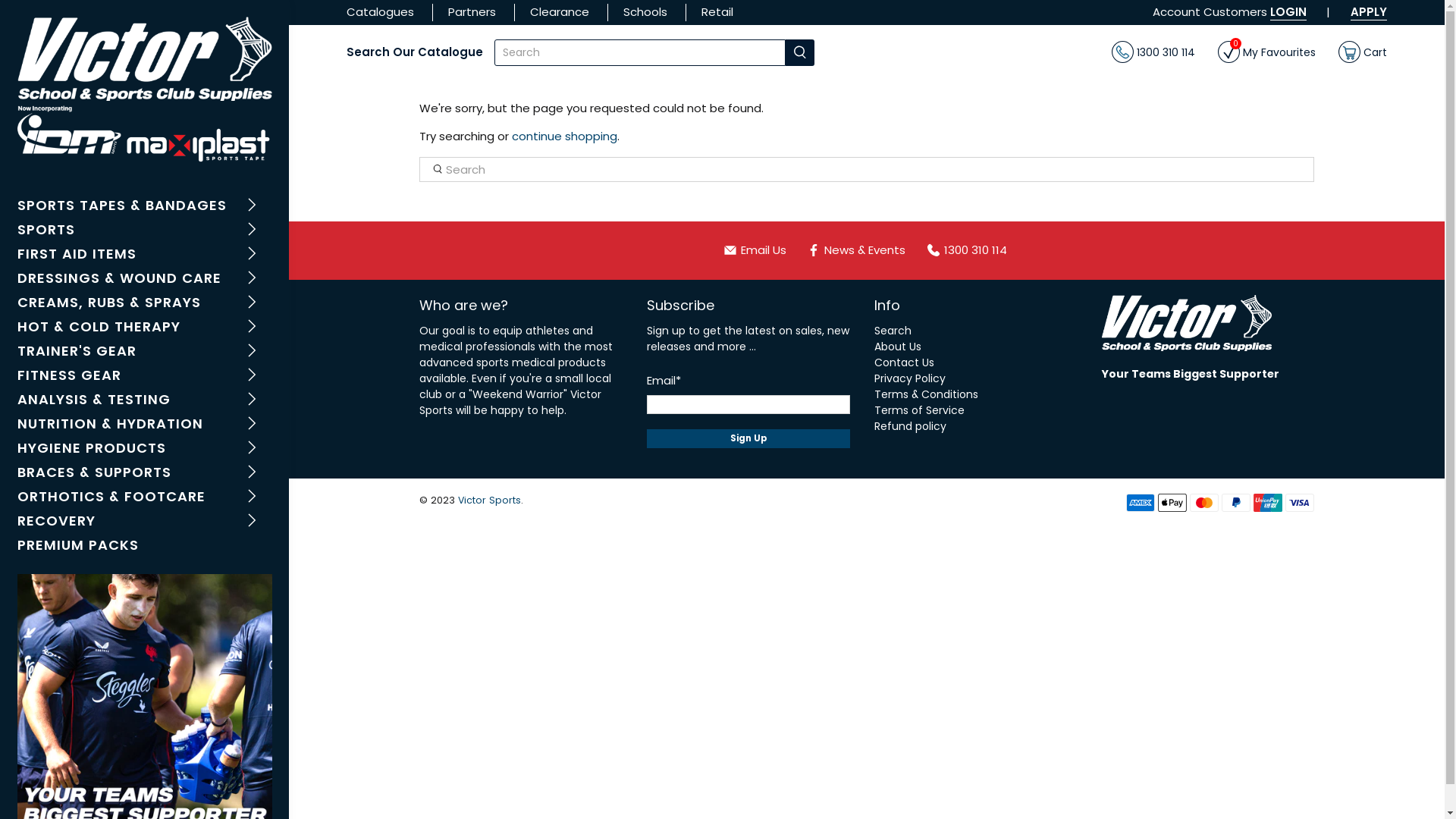 This screenshot has width=1456, height=819. What do you see at coordinates (645, 11) in the screenshot?
I see `'Schools'` at bounding box center [645, 11].